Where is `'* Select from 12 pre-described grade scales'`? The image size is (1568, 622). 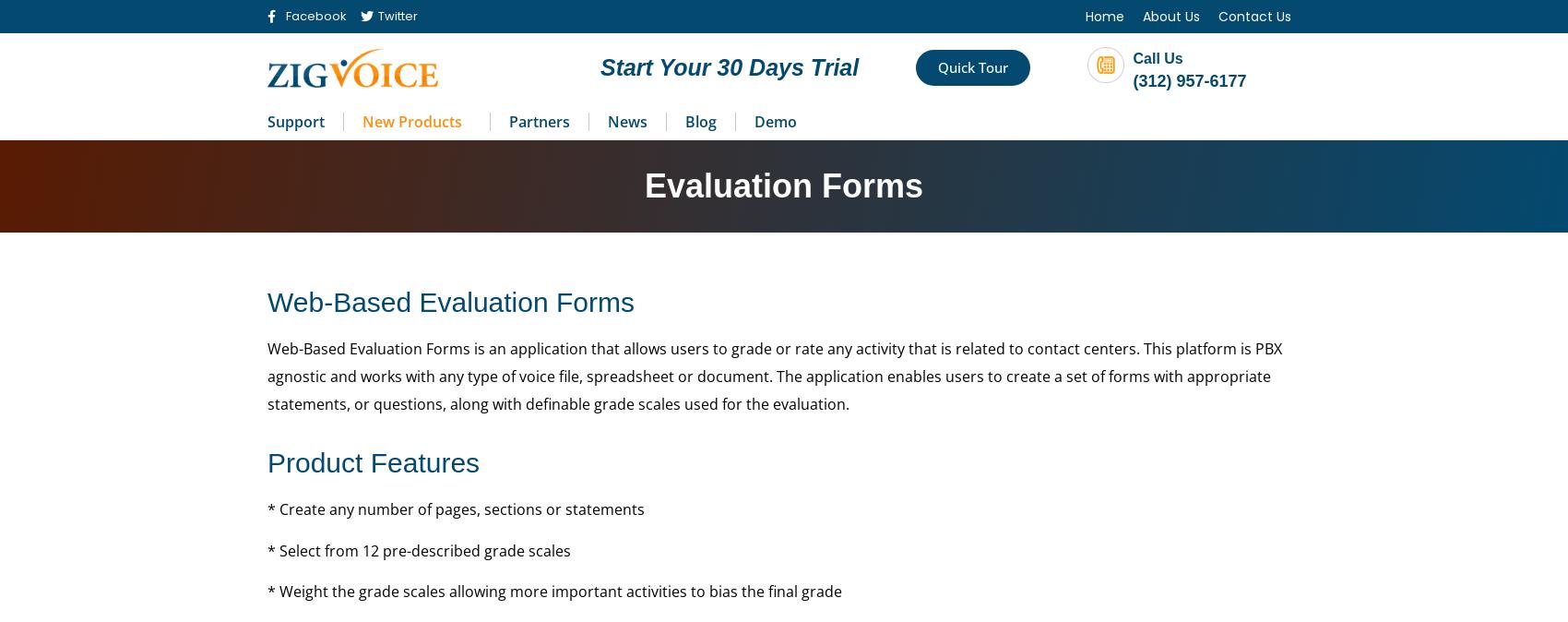 '* Select from 12 pre-described grade scales' is located at coordinates (419, 550).